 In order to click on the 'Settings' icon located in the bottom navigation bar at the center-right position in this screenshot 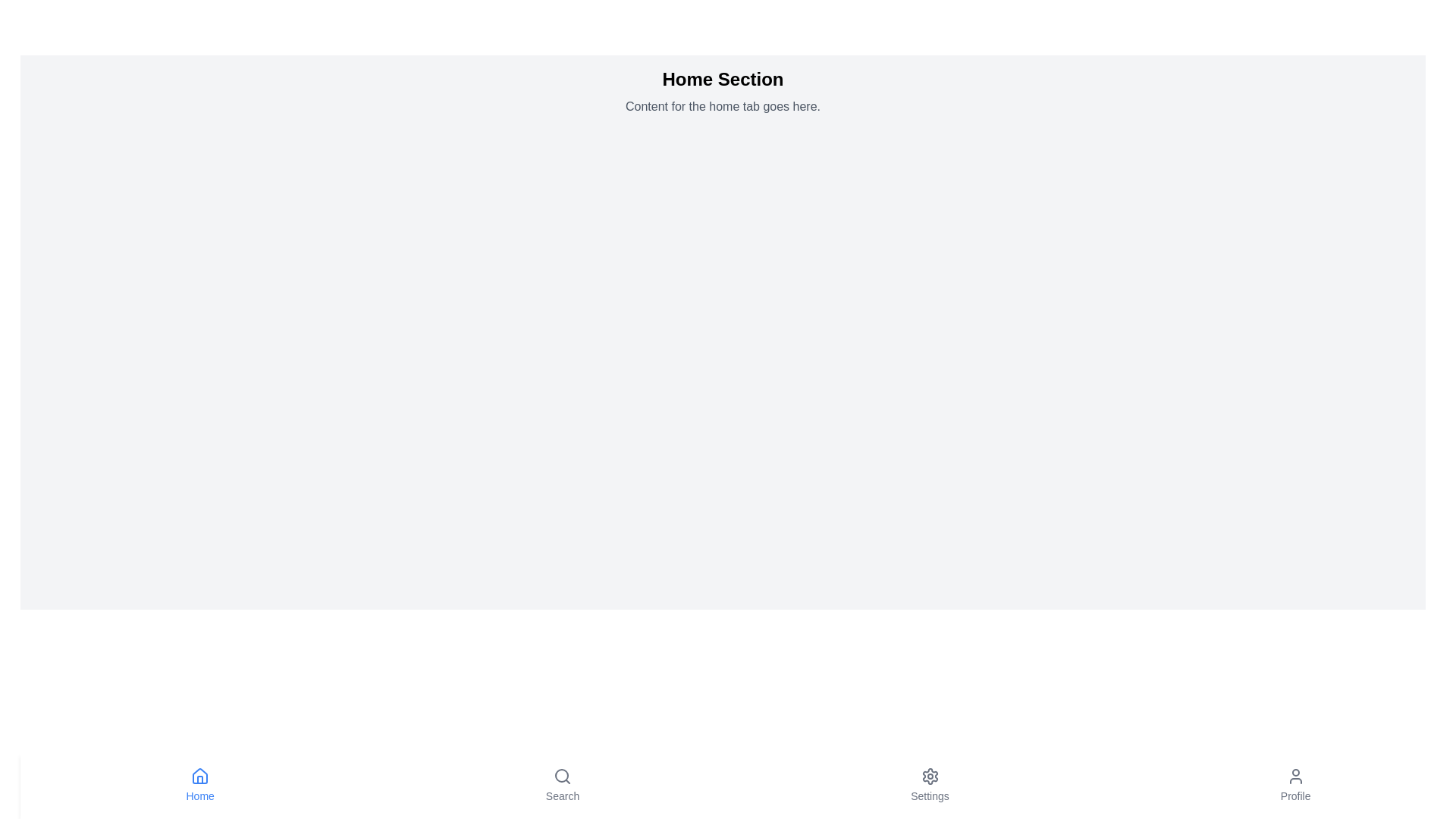, I will do `click(929, 776)`.